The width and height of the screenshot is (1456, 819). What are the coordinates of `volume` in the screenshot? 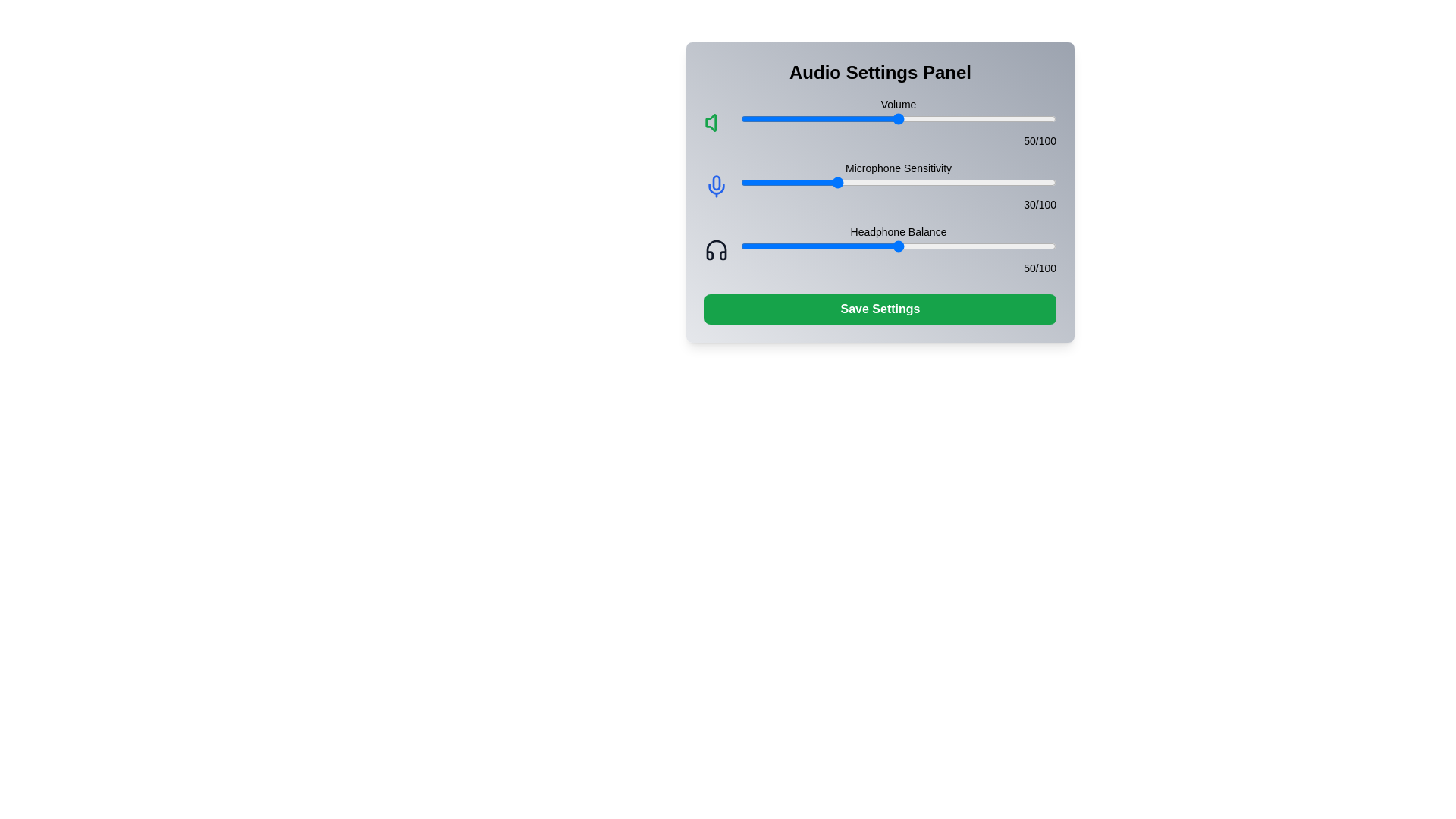 It's located at (803, 118).